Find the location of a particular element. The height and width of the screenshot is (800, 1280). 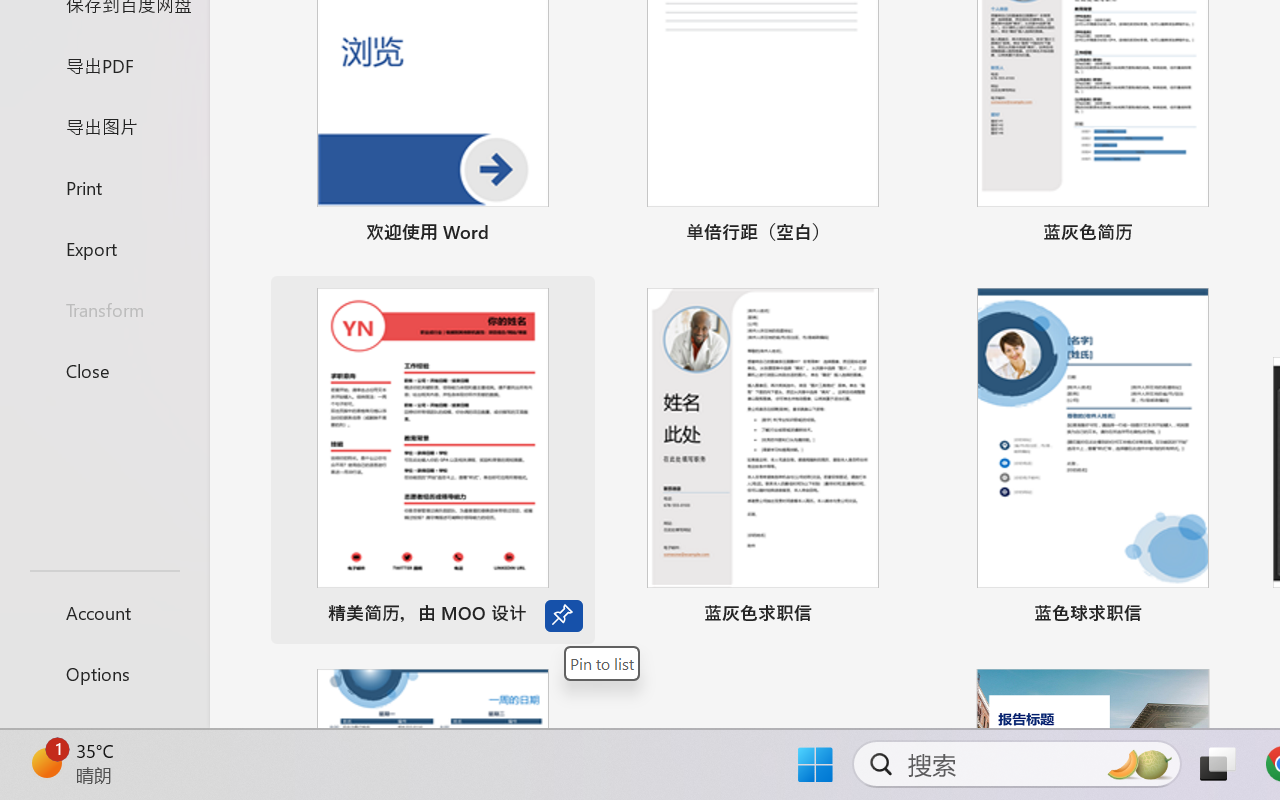

'Transform' is located at coordinates (103, 308).